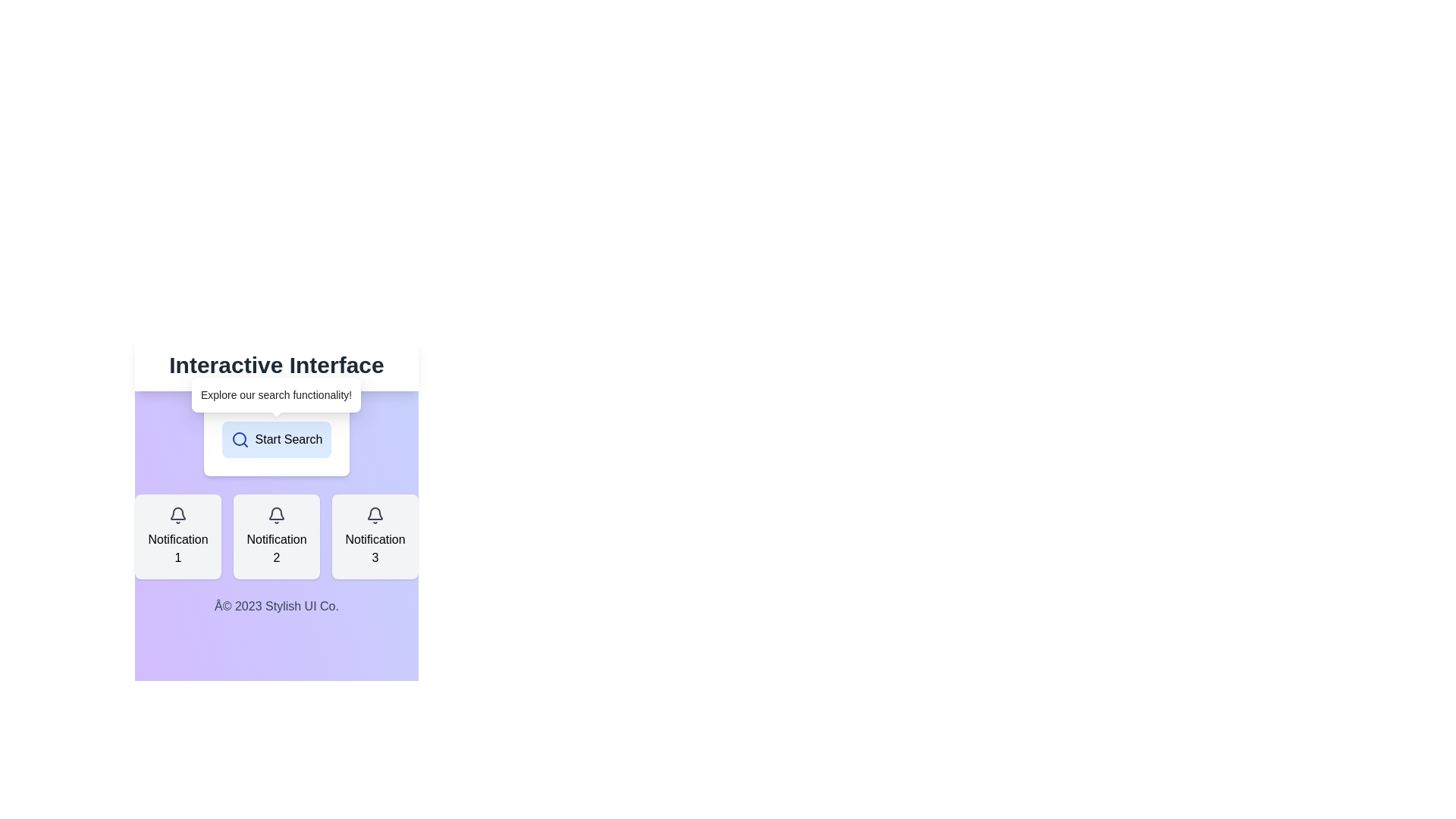 The width and height of the screenshot is (1456, 819). I want to click on the text label or heading located at the top center of the interactive card-like area, which serves as the title or header for the section, so click(276, 366).